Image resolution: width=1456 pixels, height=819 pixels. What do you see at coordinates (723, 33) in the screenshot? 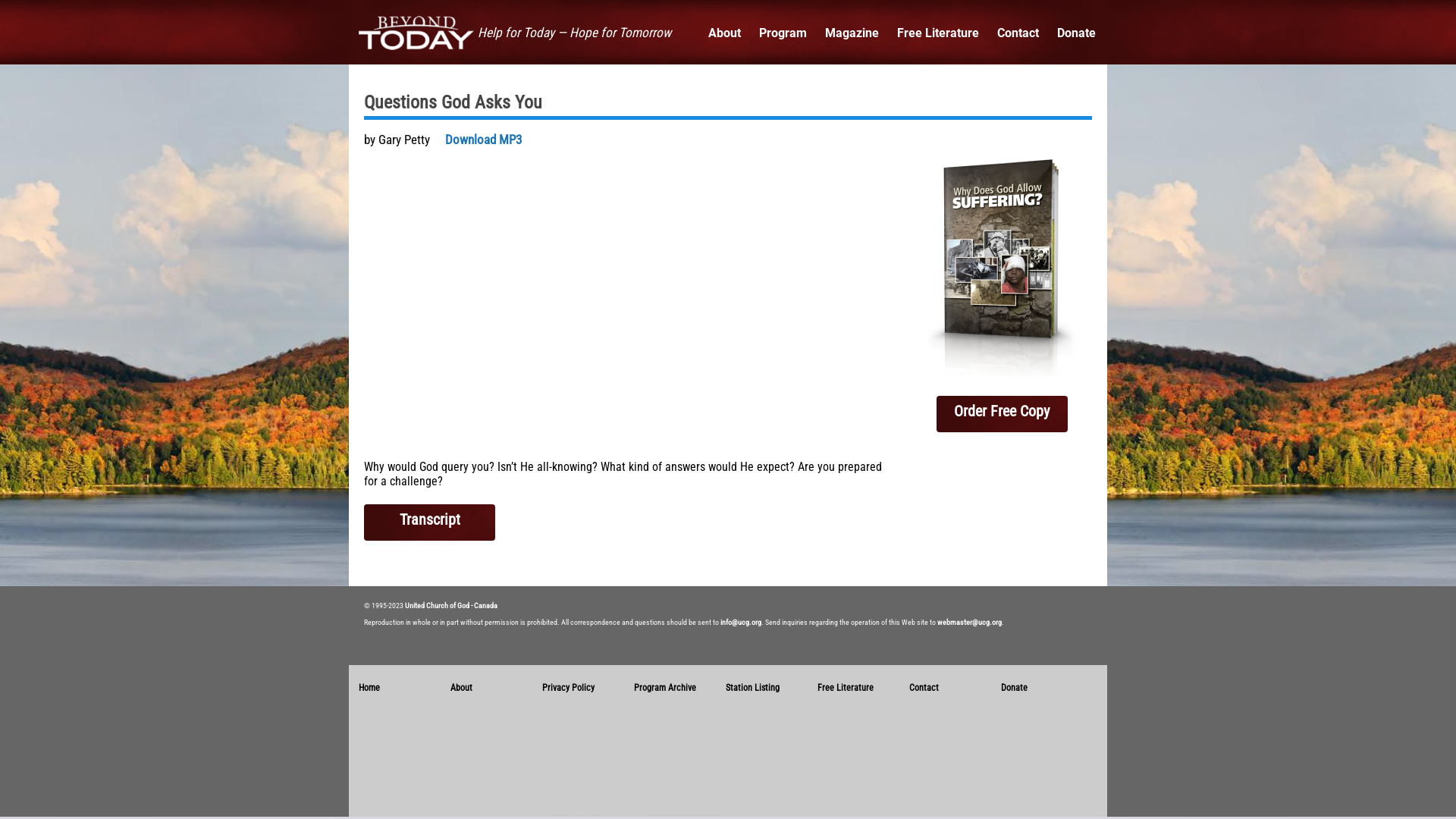
I see `'  About  '` at bounding box center [723, 33].